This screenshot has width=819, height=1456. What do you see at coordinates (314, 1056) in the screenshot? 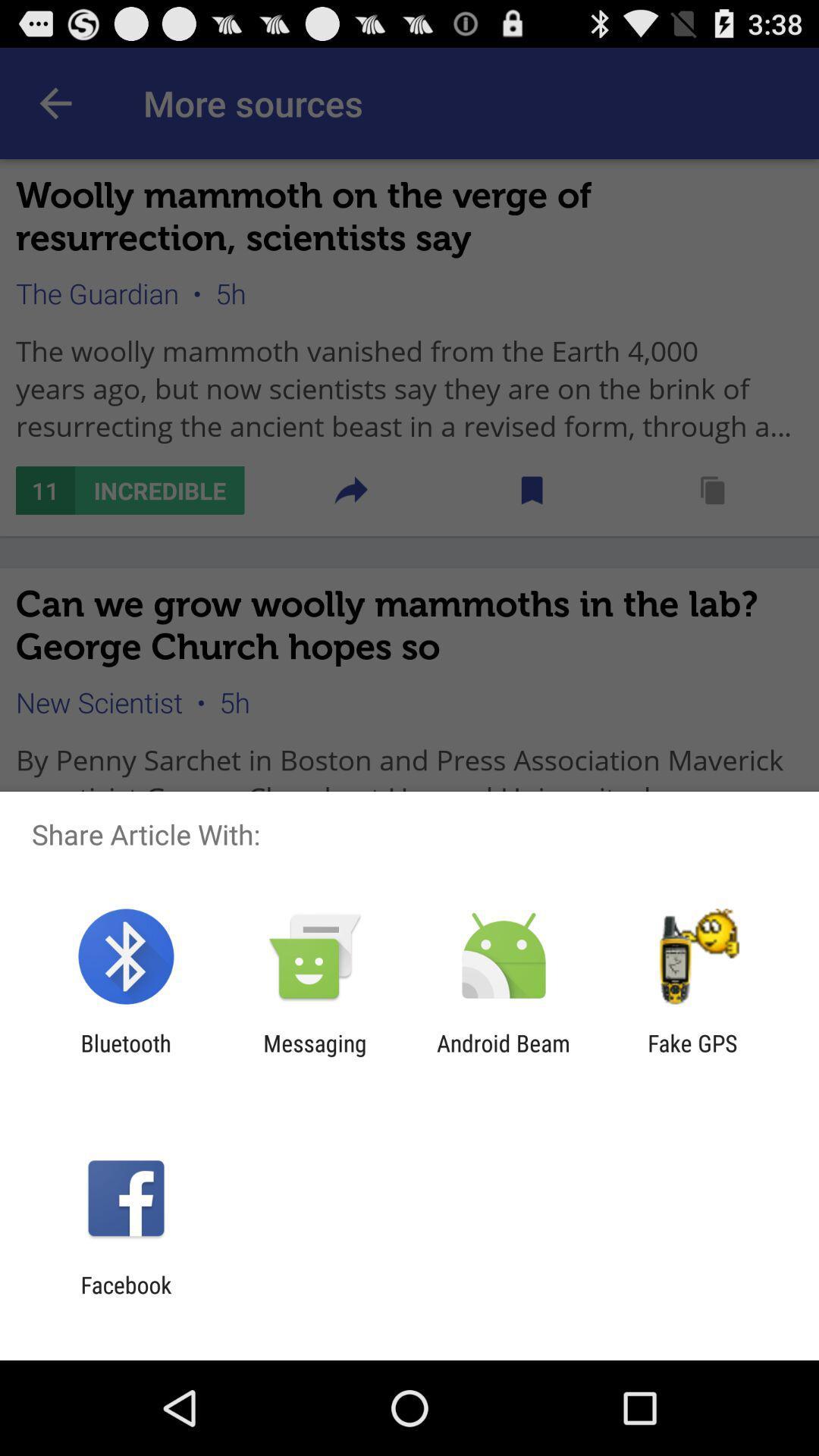
I see `item to the left of the android beam app` at bounding box center [314, 1056].